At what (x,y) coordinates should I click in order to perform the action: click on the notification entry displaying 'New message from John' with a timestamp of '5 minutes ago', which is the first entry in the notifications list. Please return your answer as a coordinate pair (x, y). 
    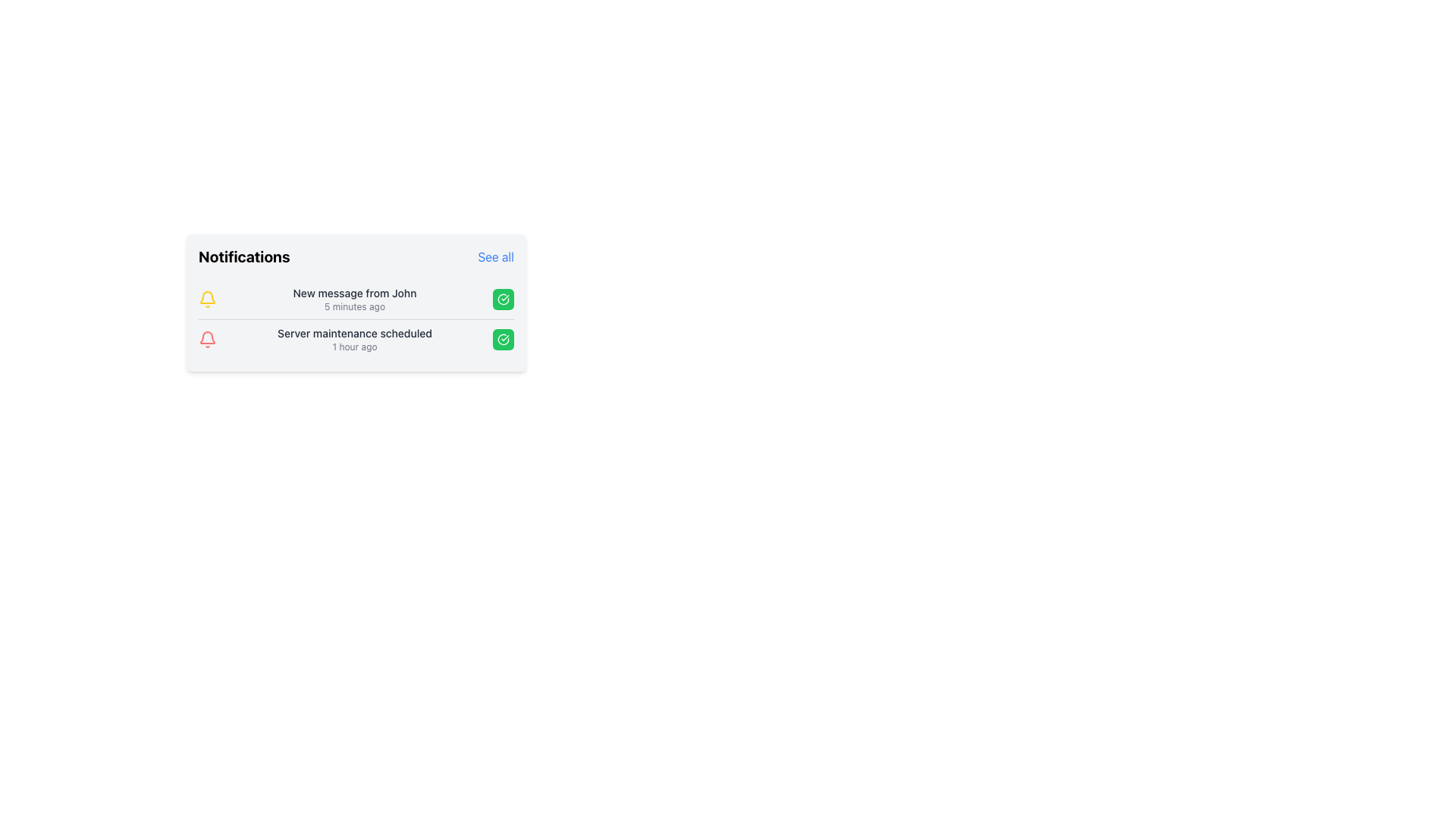
    Looking at the image, I should click on (356, 299).